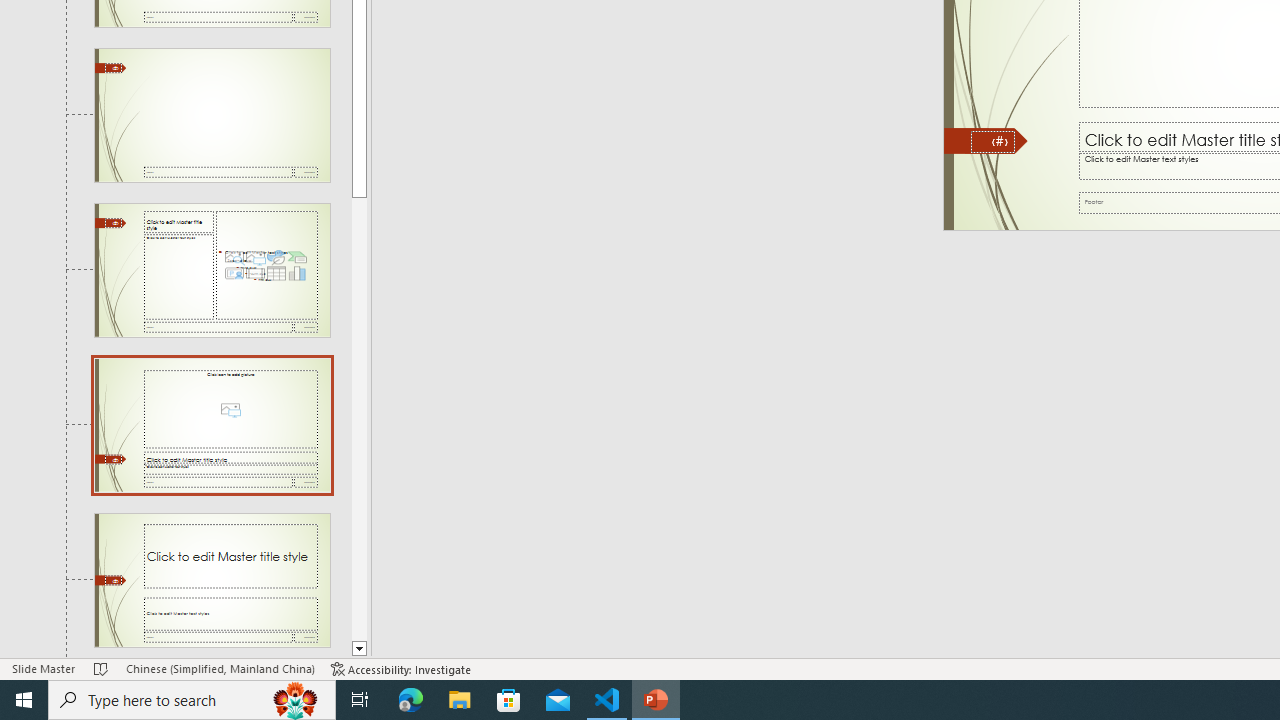  What do you see at coordinates (986, 140) in the screenshot?
I see `'Freeform 11'` at bounding box center [986, 140].